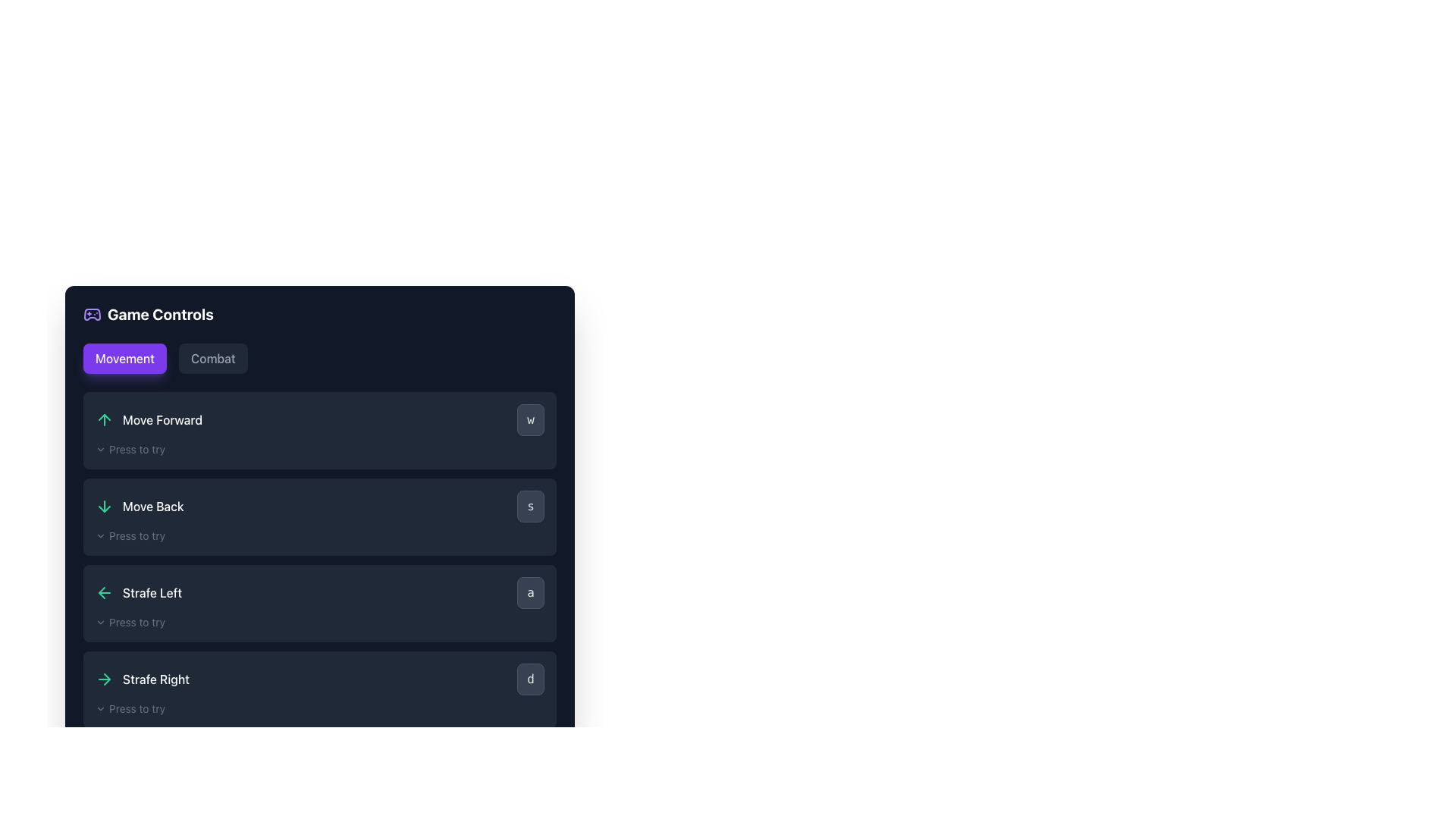 This screenshot has width=1456, height=819. Describe the element at coordinates (142, 678) in the screenshot. I see `the 'Strafe Right' text label with an icon, which indicates the control action for moving right in the game` at that location.